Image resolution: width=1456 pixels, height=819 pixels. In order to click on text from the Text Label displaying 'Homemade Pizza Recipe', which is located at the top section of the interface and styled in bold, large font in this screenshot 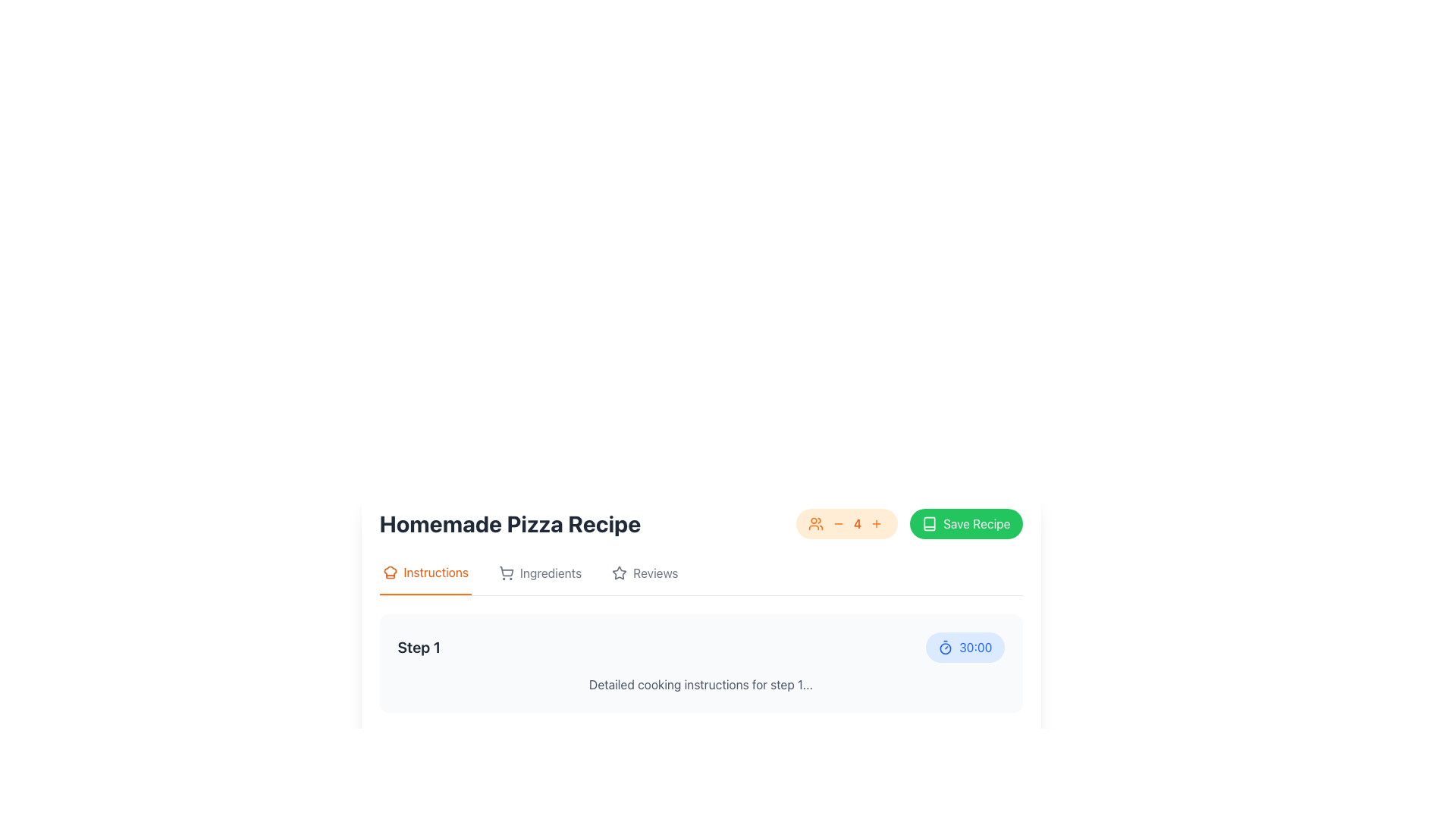, I will do `click(510, 522)`.